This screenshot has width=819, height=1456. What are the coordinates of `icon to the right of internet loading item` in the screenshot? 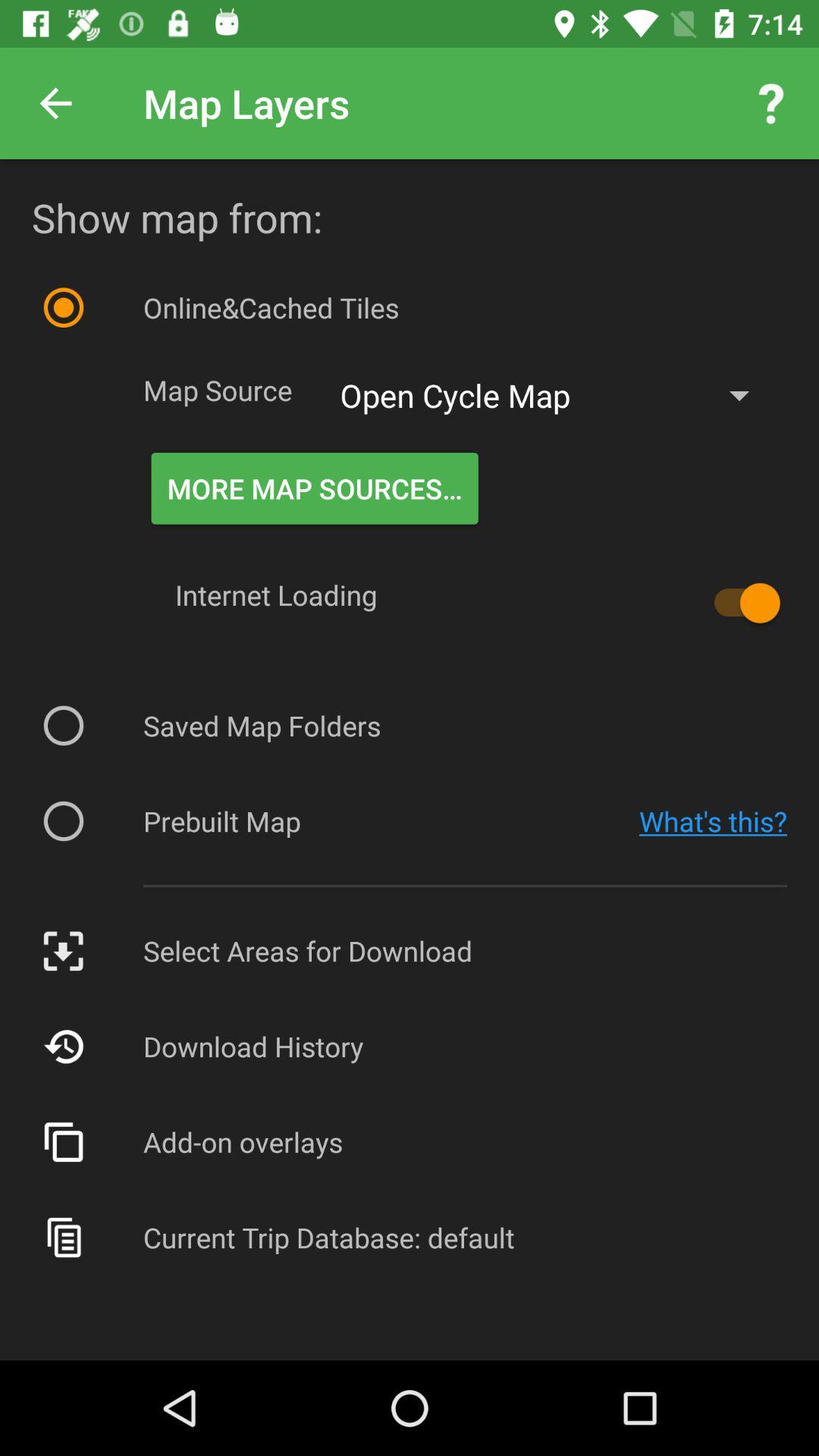 It's located at (739, 602).